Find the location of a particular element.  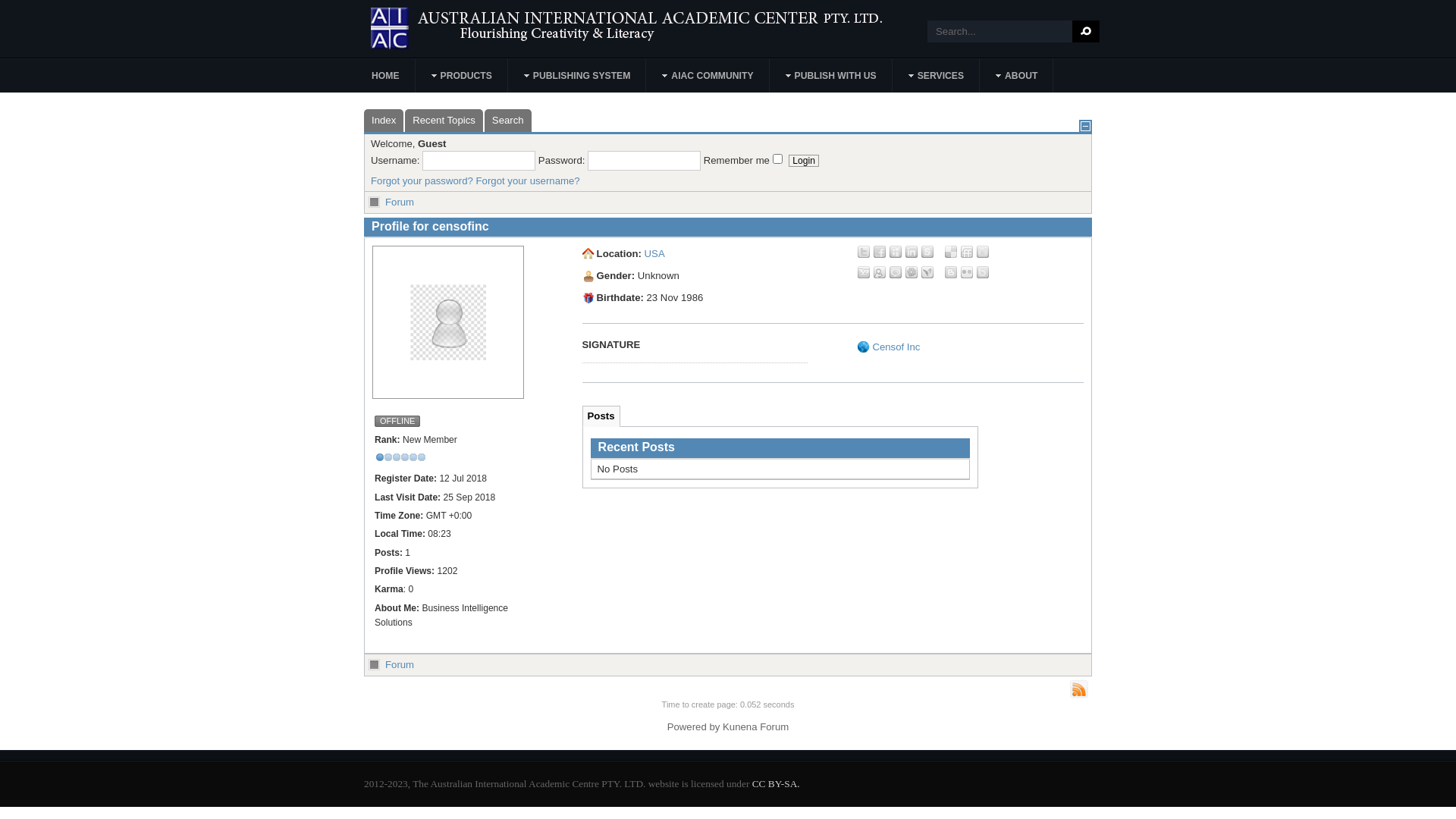

'Kunena Forum' is located at coordinates (755, 726).